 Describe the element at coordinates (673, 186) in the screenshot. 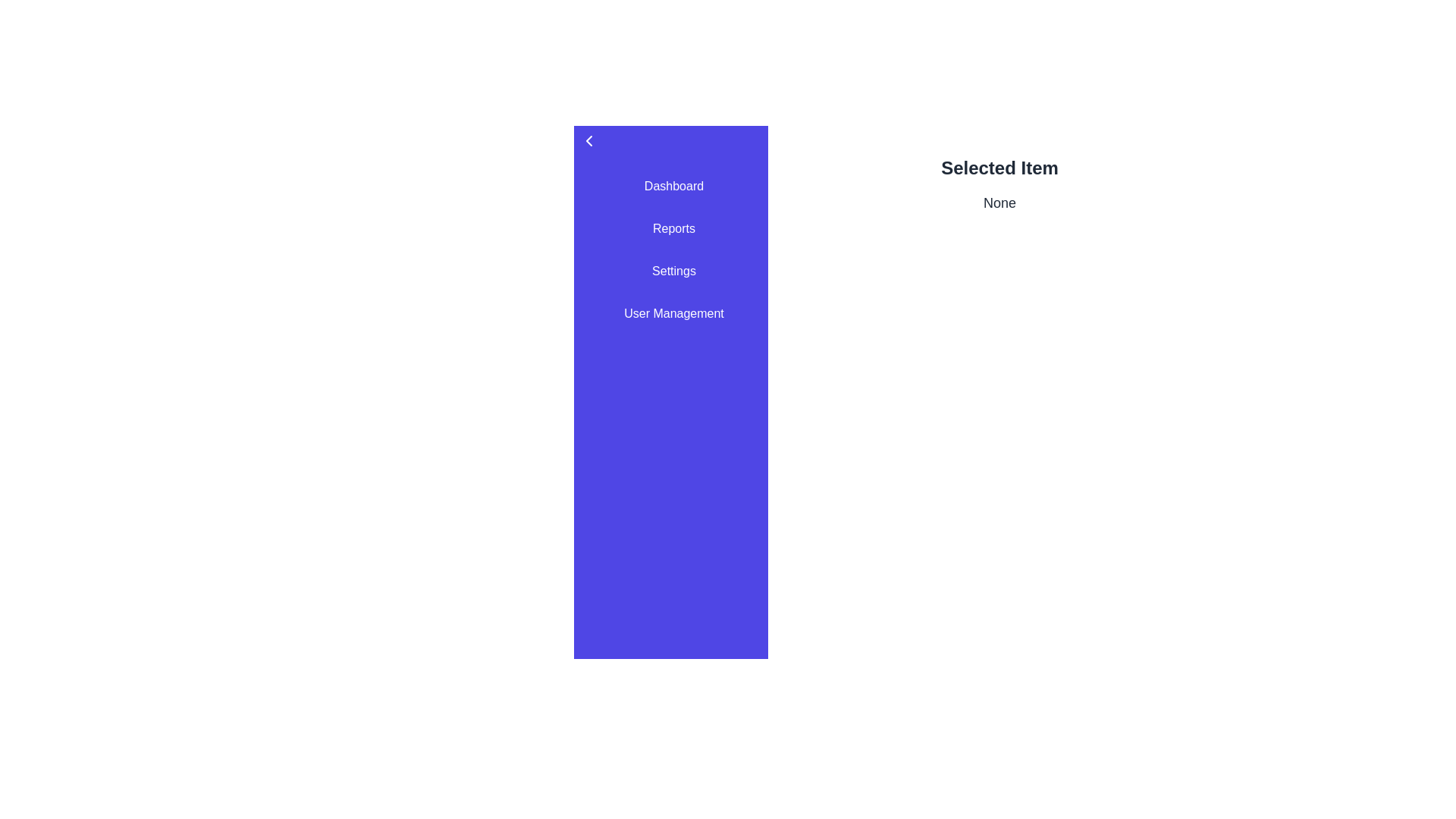

I see `the purple 'Dashboard' button with white text` at that location.